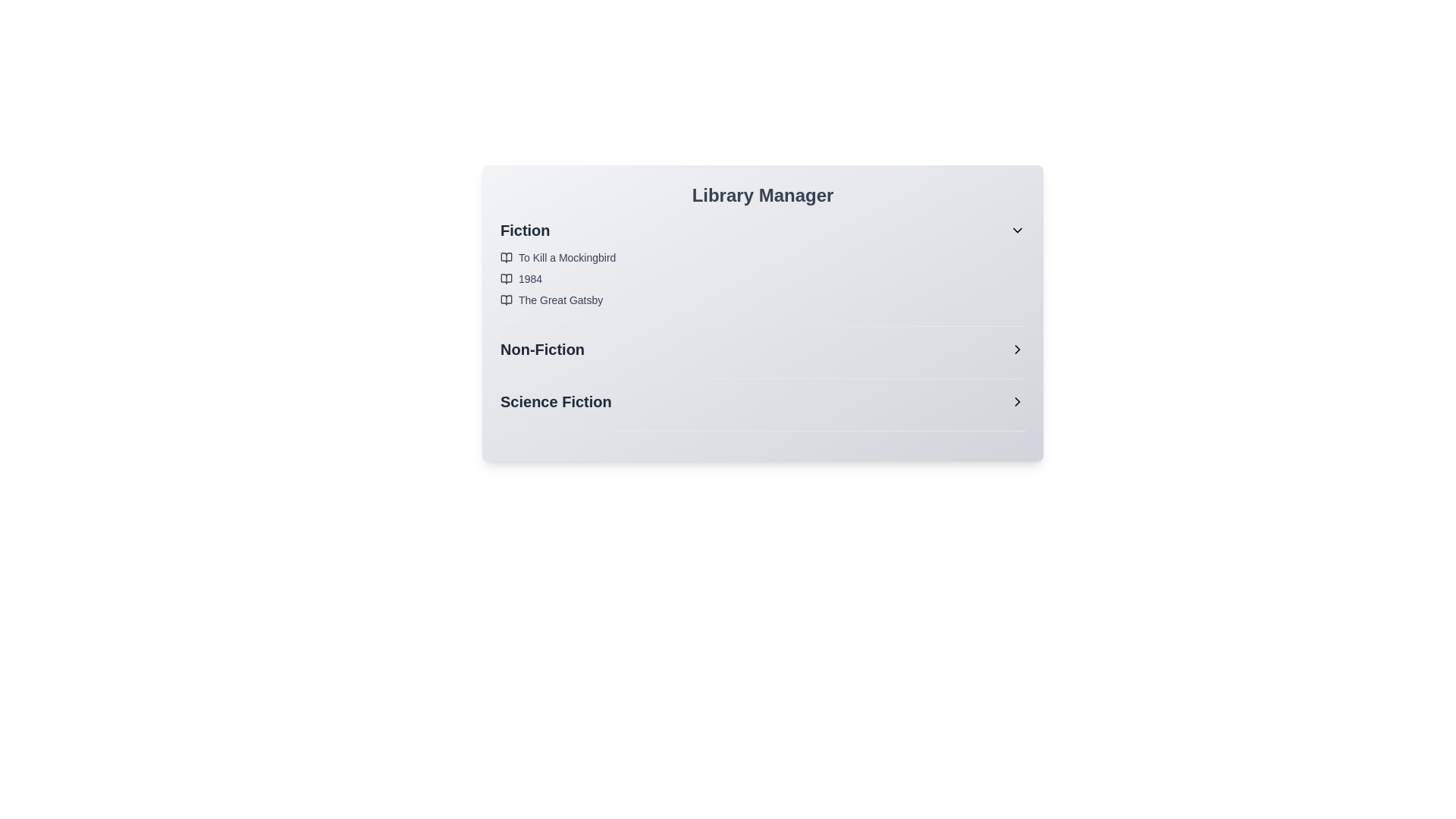  What do you see at coordinates (763, 400) in the screenshot?
I see `the category Science Fiction to reveal its tooltip` at bounding box center [763, 400].